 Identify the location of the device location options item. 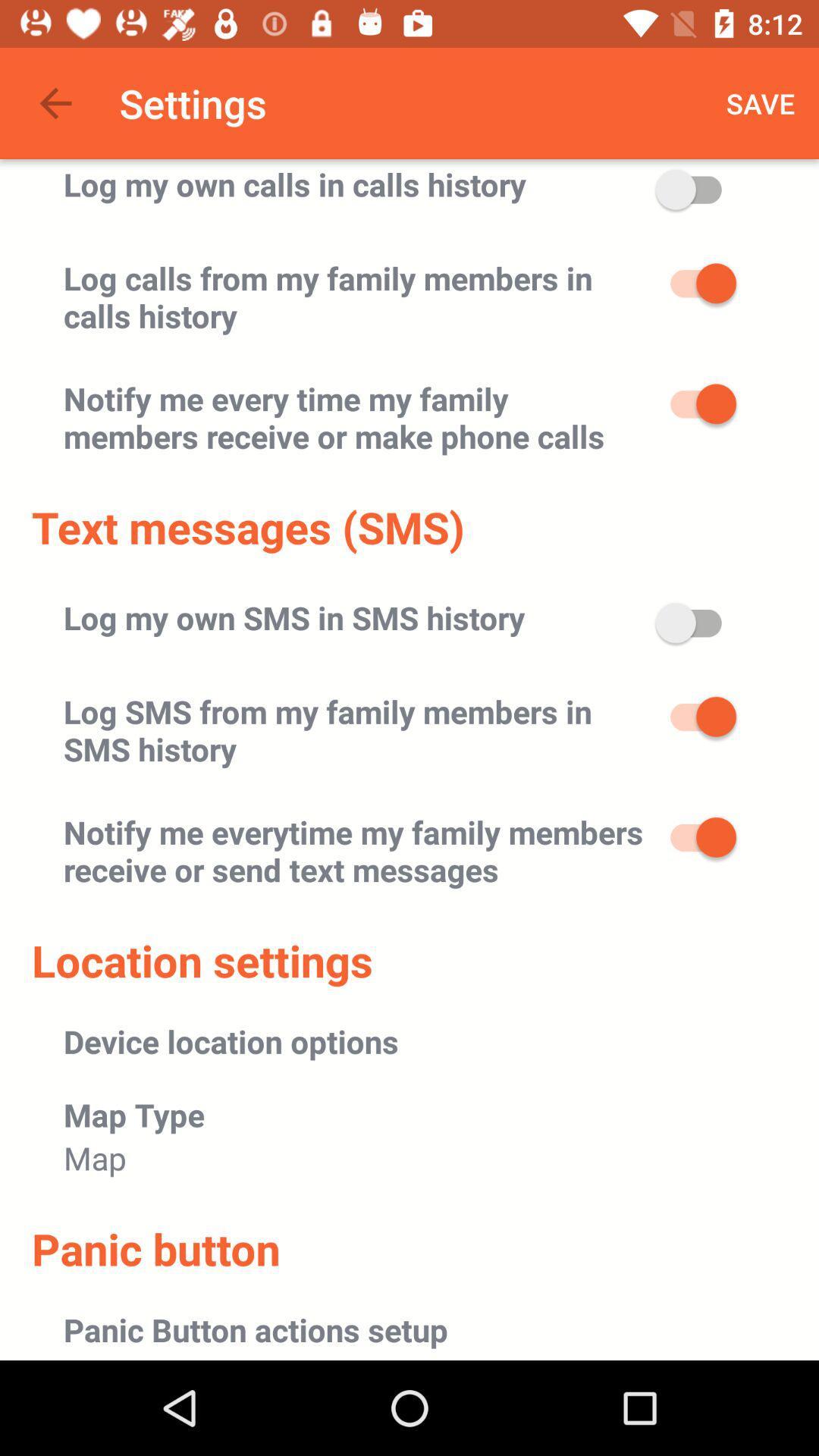
(231, 1040).